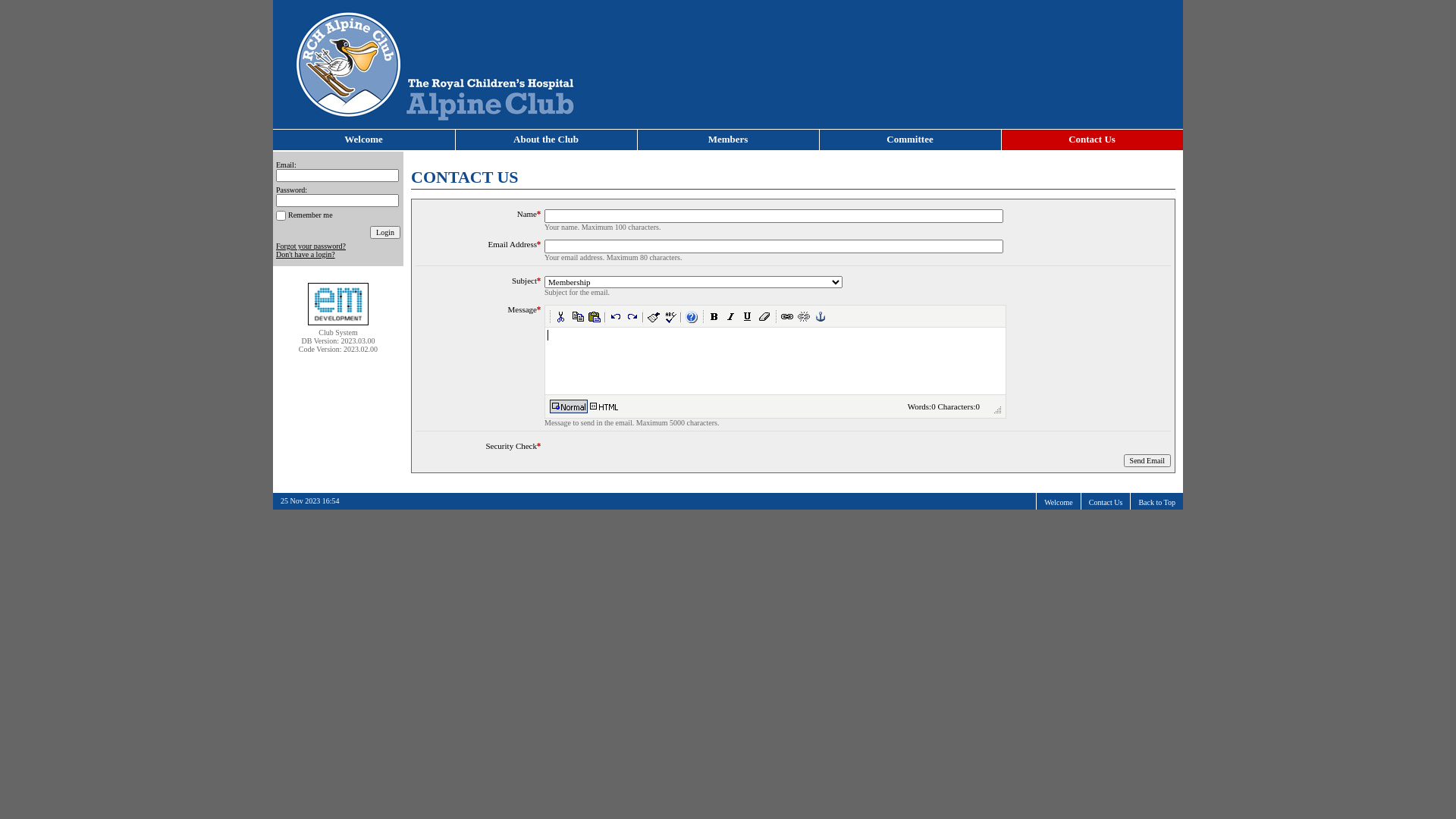  I want to click on 'Underline', so click(747, 315).